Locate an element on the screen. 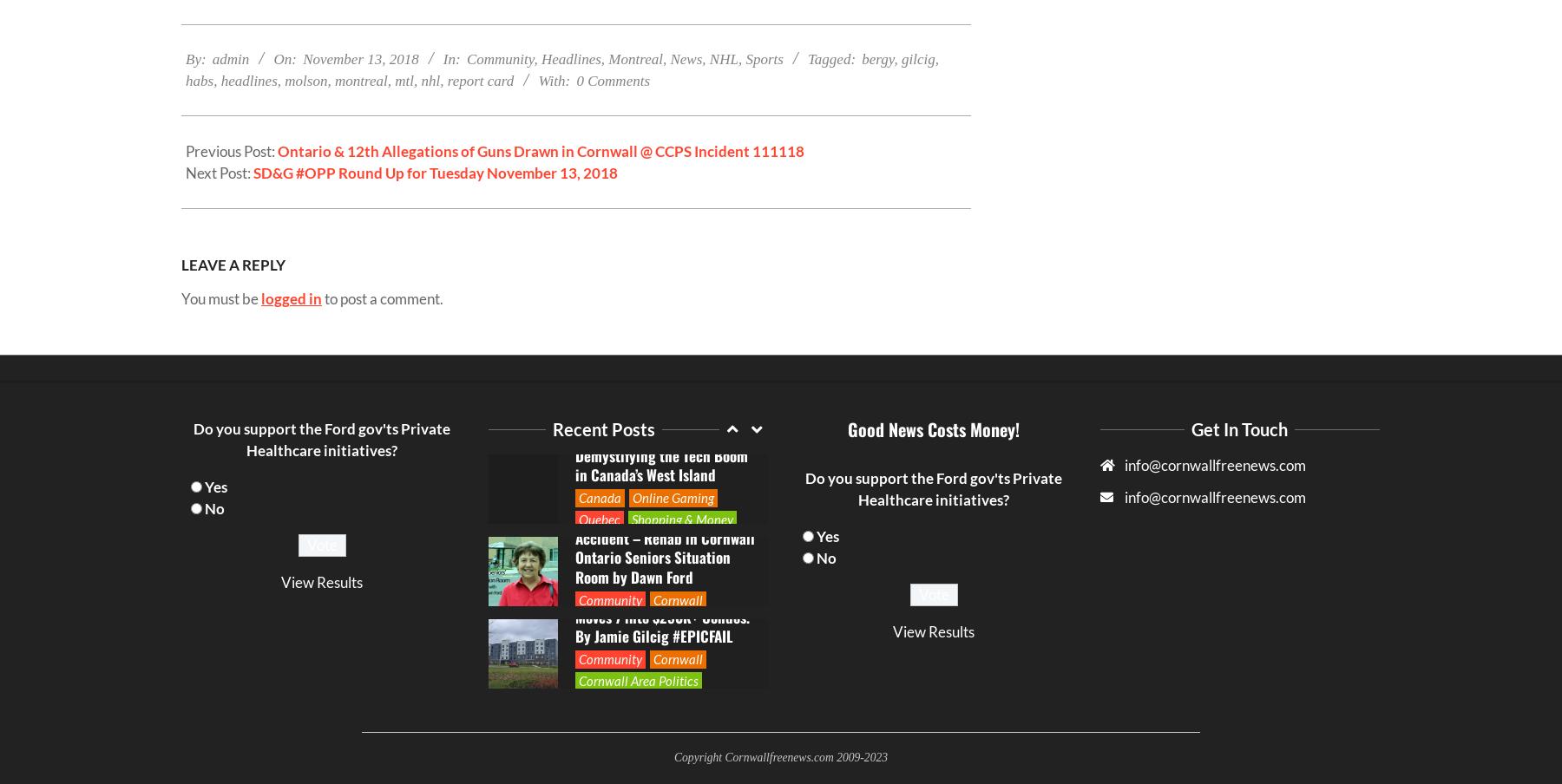 This screenshot has width=1562, height=784. 'Demystifying the Tech Boom in Canada’s West Island' is located at coordinates (660, 221).